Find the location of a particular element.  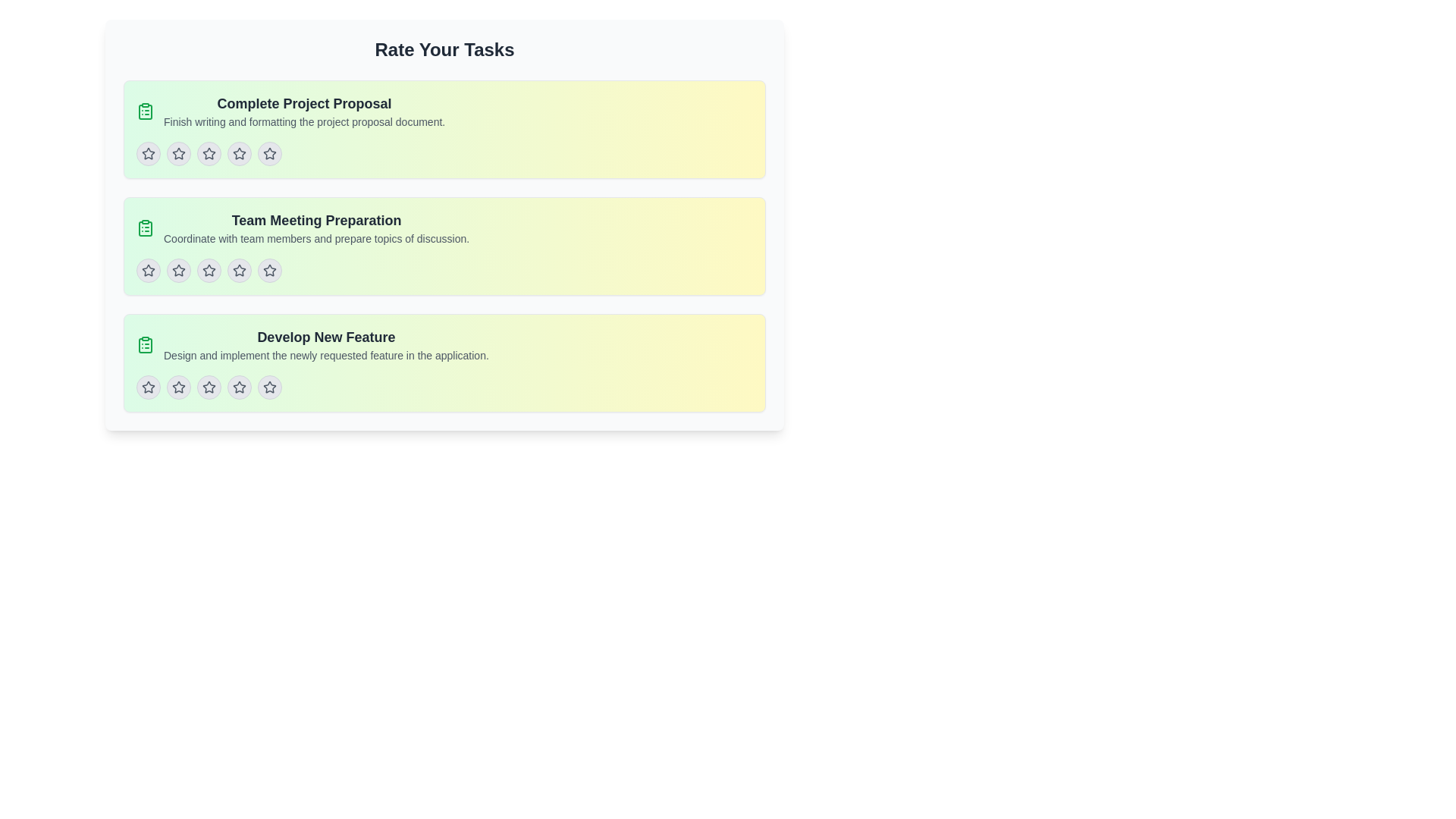

the third star button in the row of five rating stars on the first task card titled 'Complete Project Proposal' is located at coordinates (208, 154).